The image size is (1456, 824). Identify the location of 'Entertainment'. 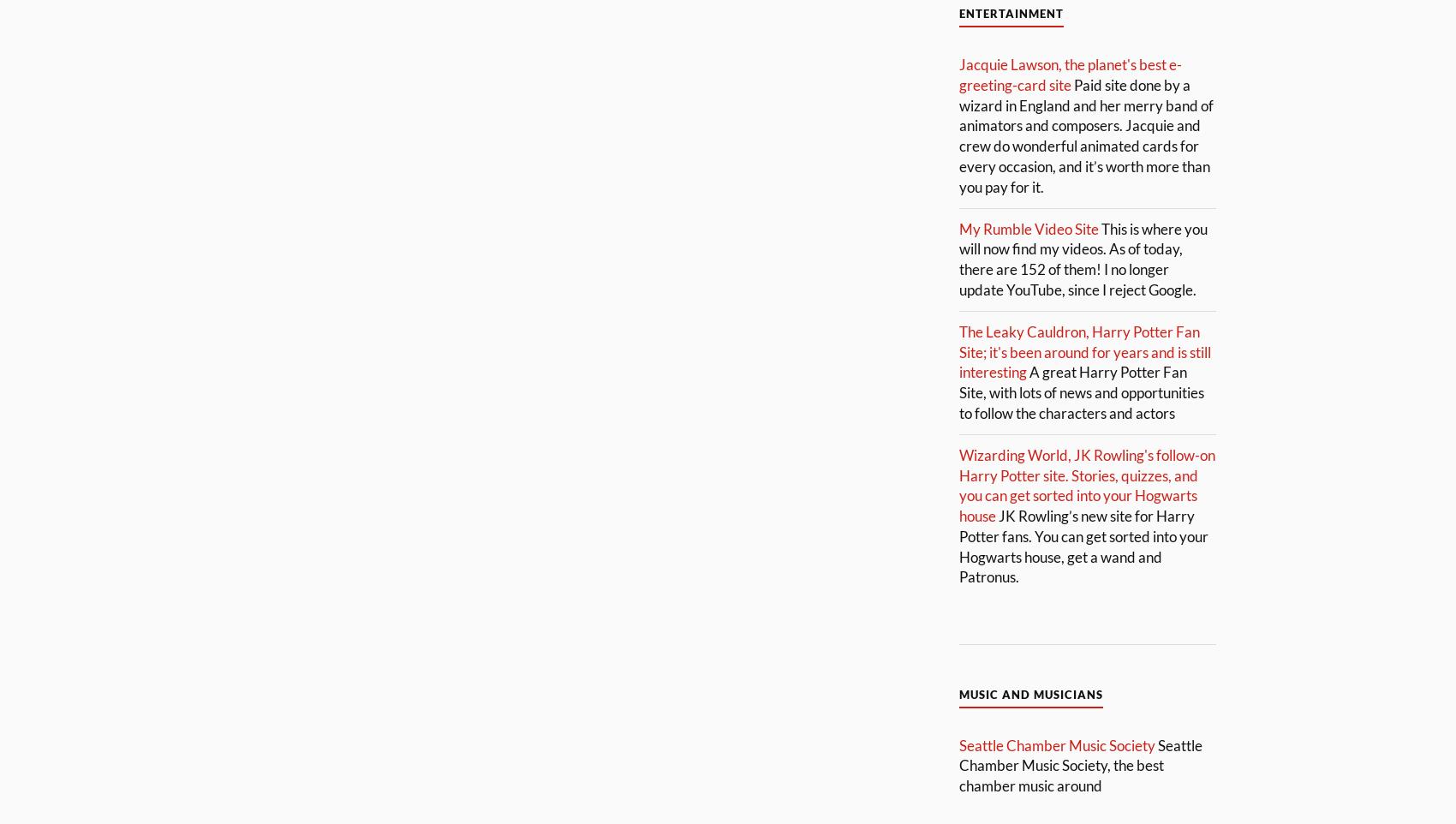
(1010, 12).